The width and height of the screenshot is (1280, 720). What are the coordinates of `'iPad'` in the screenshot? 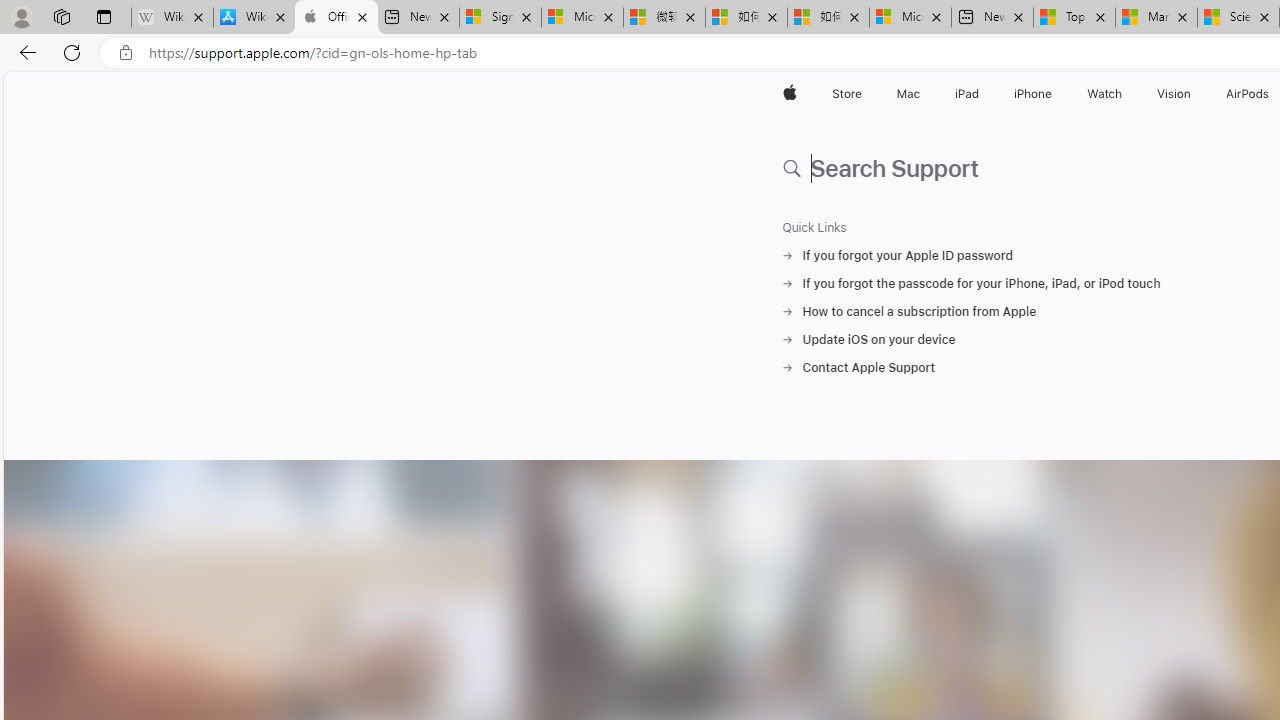 It's located at (966, 93).